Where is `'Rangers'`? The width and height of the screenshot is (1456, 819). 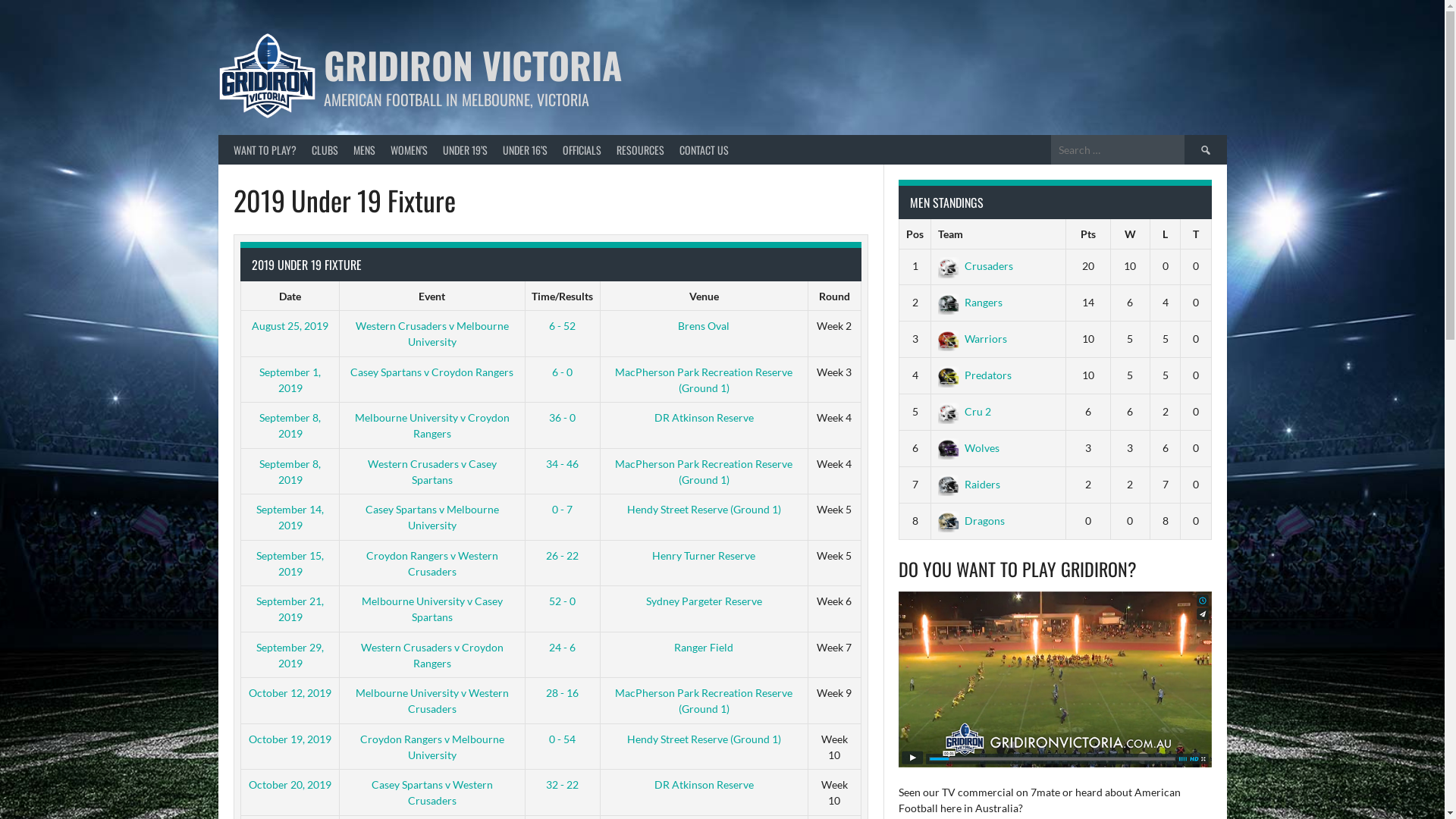
'Rangers' is located at coordinates (969, 302).